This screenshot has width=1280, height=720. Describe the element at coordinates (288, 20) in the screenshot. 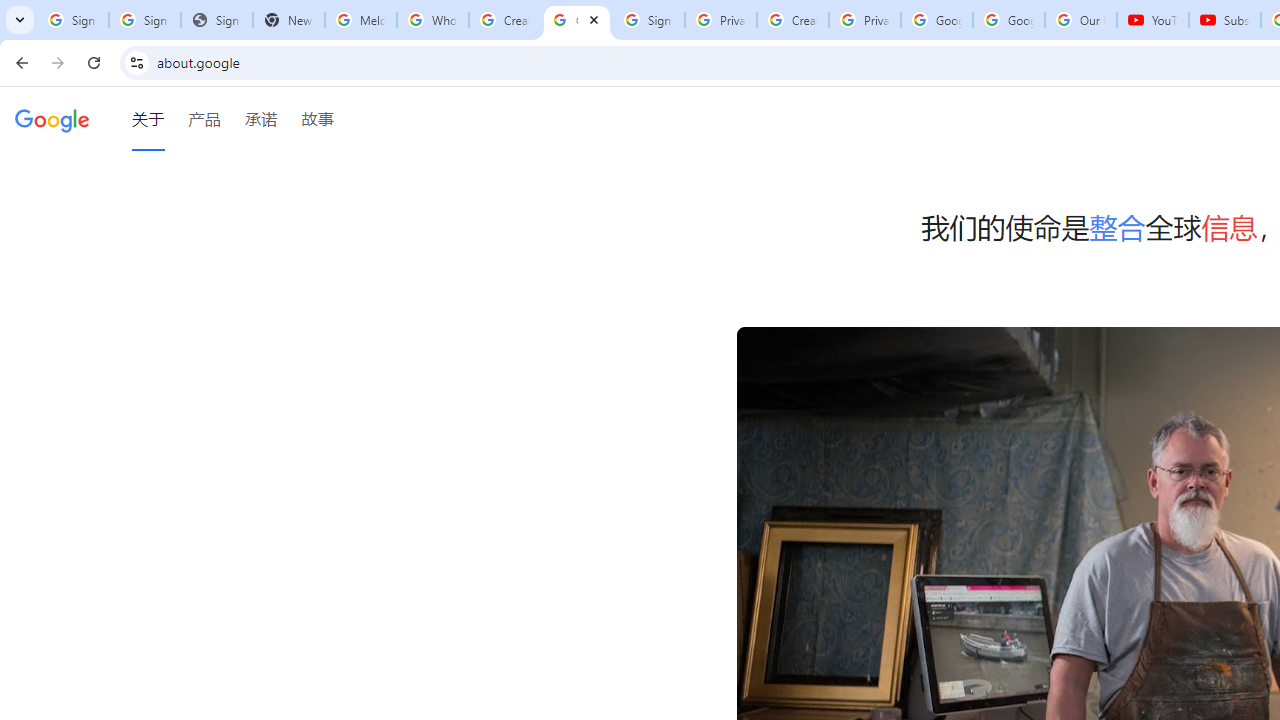

I see `'New Tab'` at that location.